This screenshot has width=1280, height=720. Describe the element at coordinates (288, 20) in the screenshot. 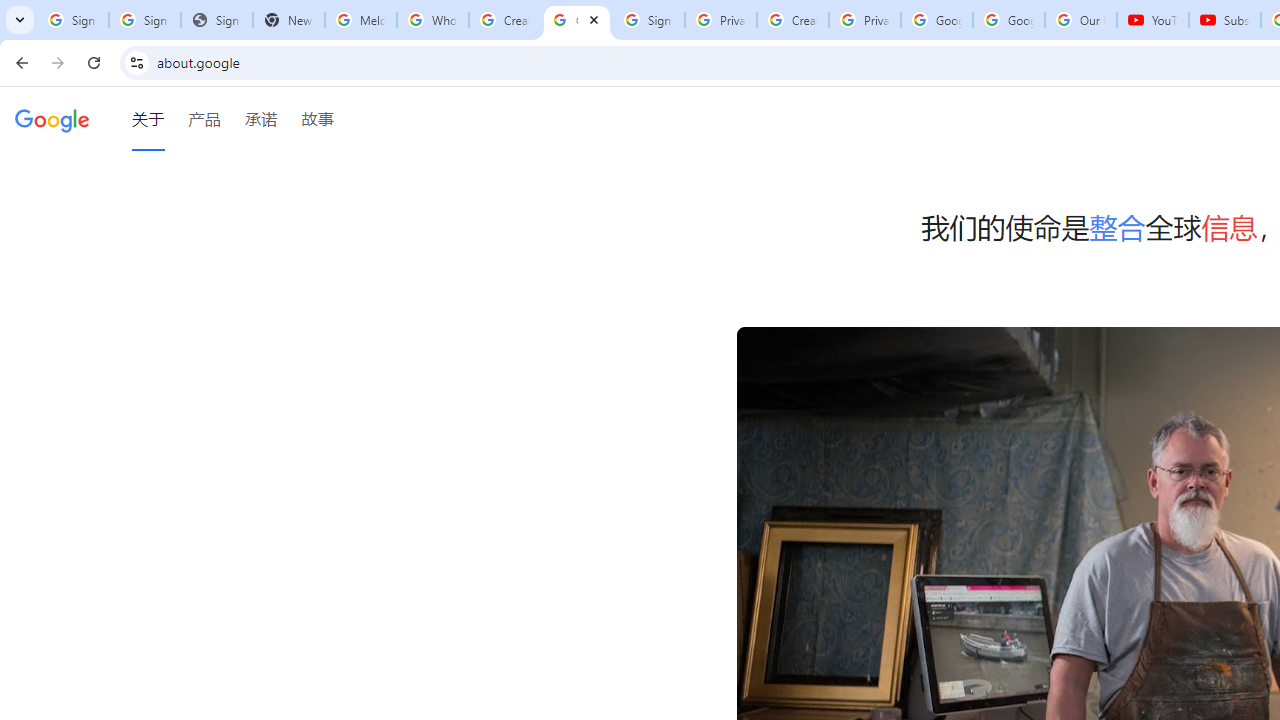

I see `'New Tab'` at that location.